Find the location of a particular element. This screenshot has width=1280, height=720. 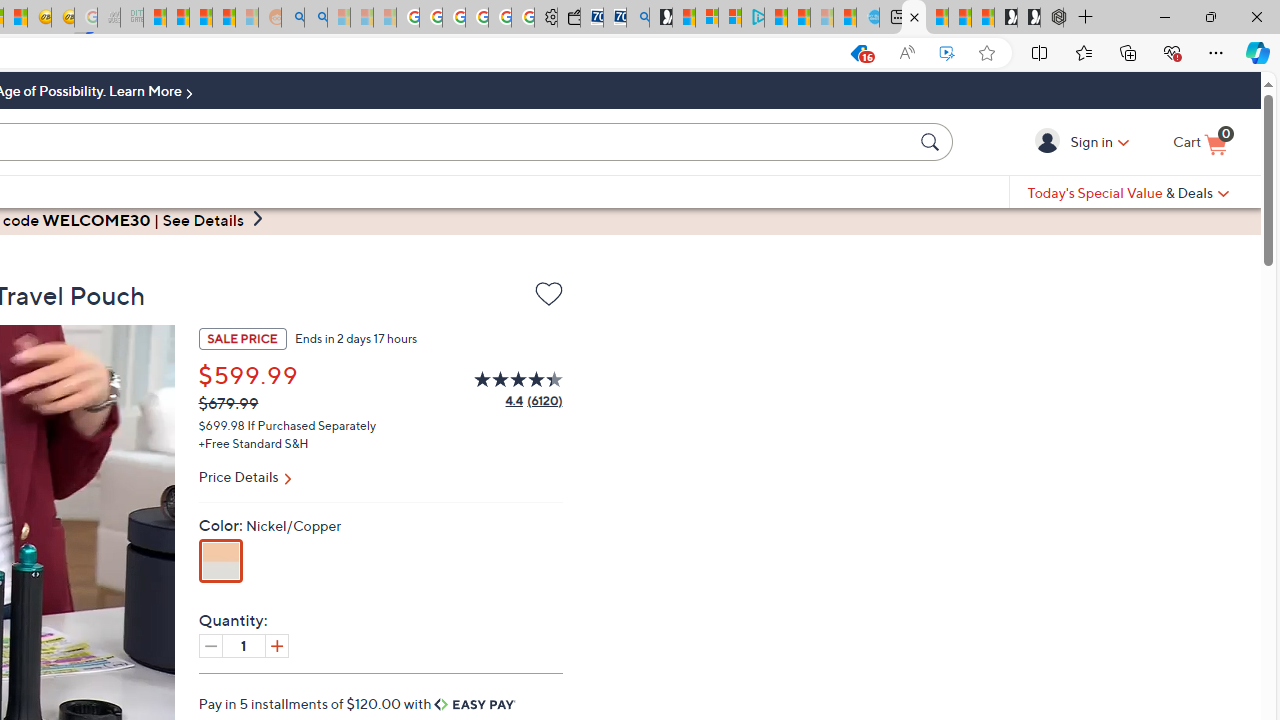

'Wallet' is located at coordinates (567, 17).